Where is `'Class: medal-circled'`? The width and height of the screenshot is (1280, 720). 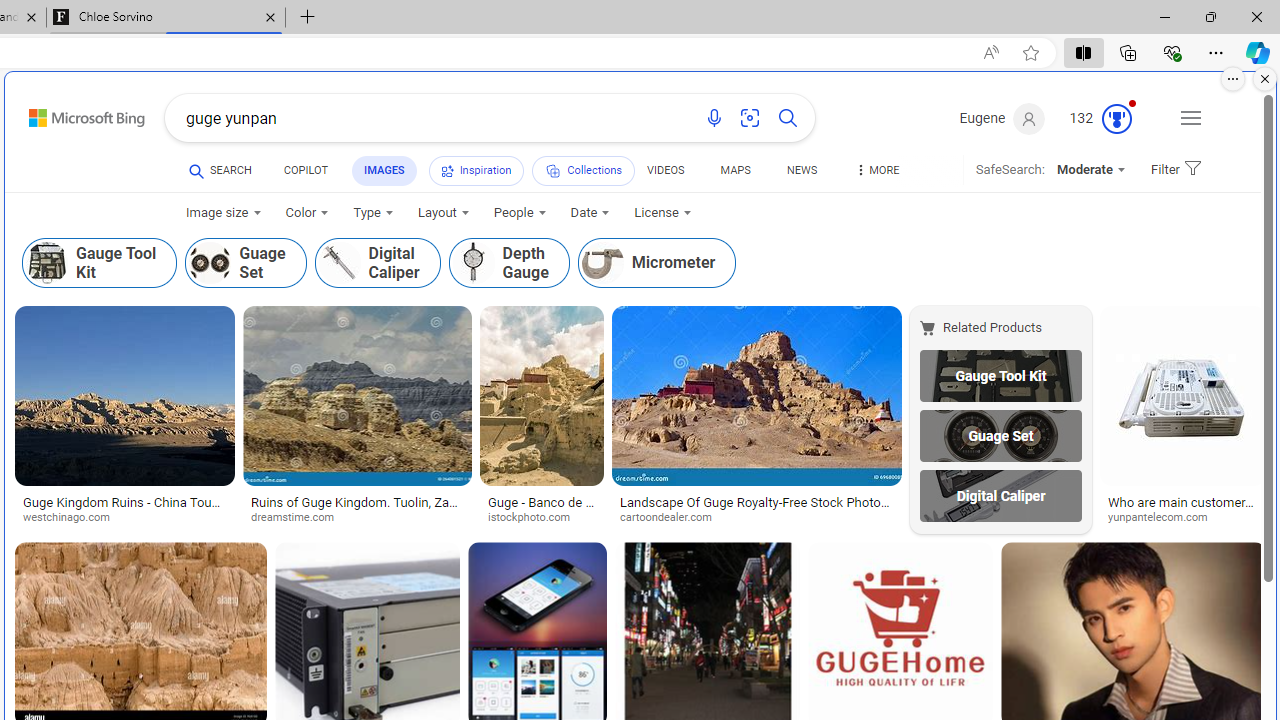 'Class: medal-circled' is located at coordinates (1115, 119).